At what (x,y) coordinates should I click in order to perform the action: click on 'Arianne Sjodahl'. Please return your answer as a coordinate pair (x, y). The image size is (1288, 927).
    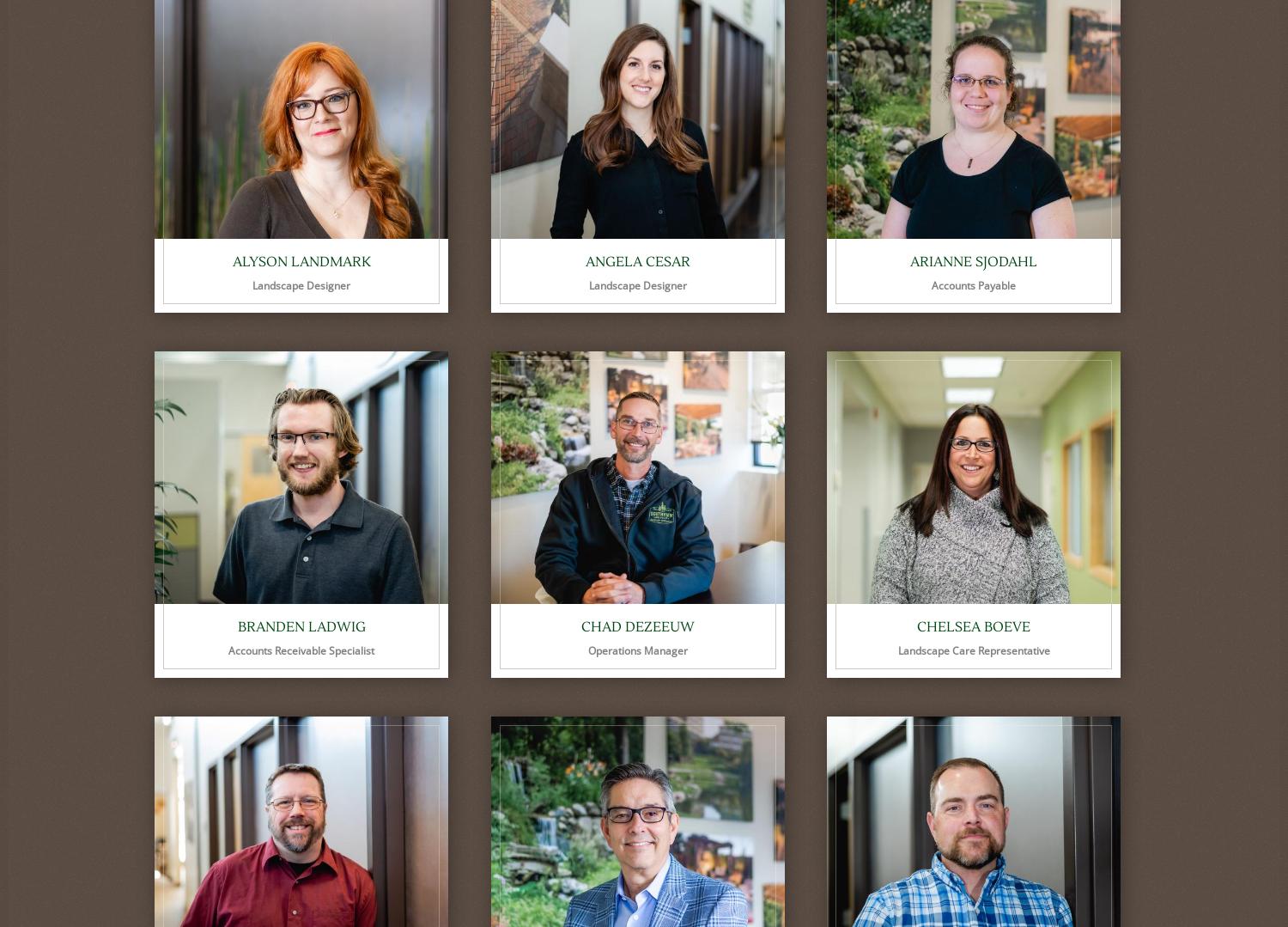
    Looking at the image, I should click on (974, 261).